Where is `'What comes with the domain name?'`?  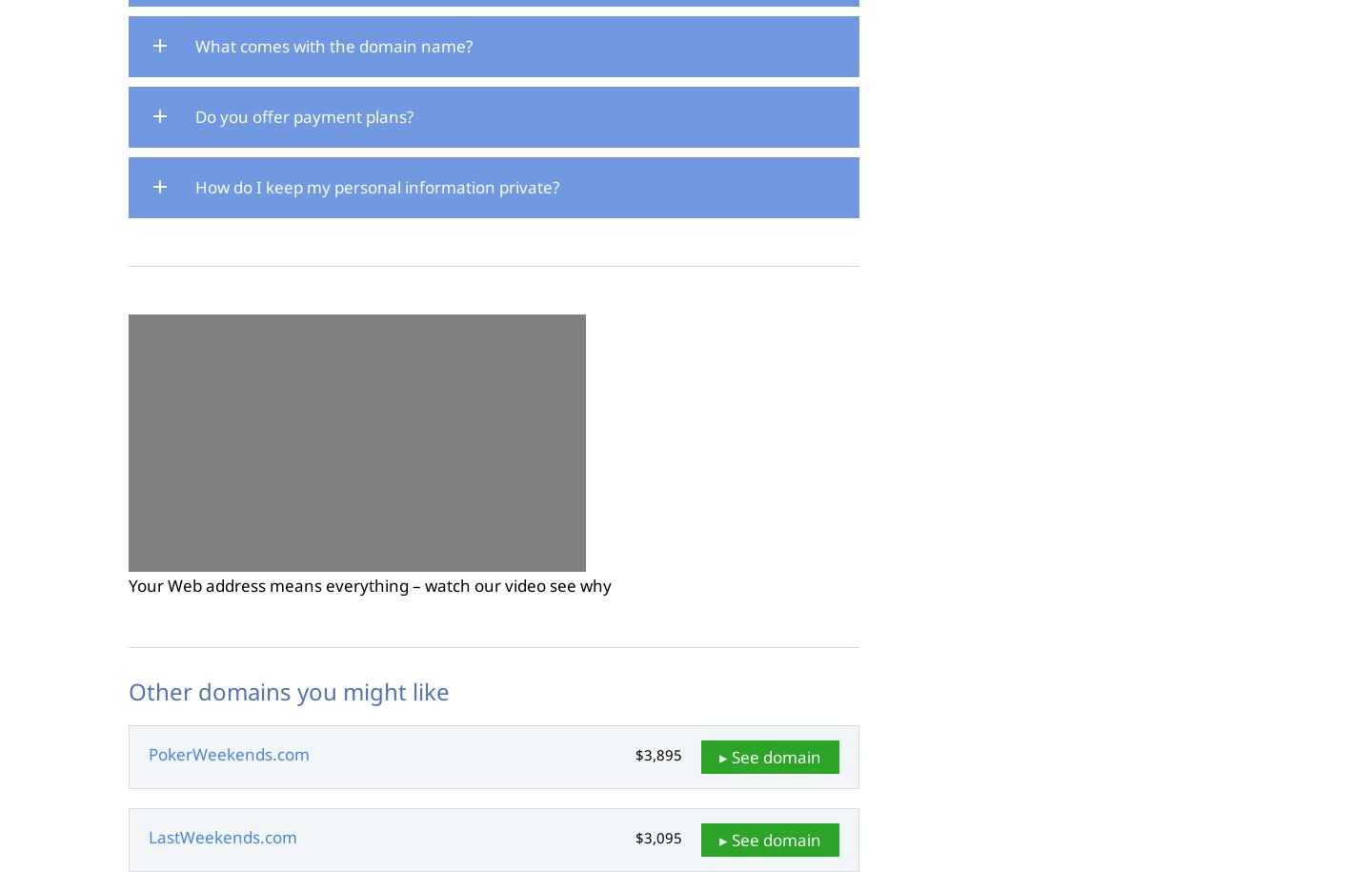
'What comes with the domain name?' is located at coordinates (333, 46).